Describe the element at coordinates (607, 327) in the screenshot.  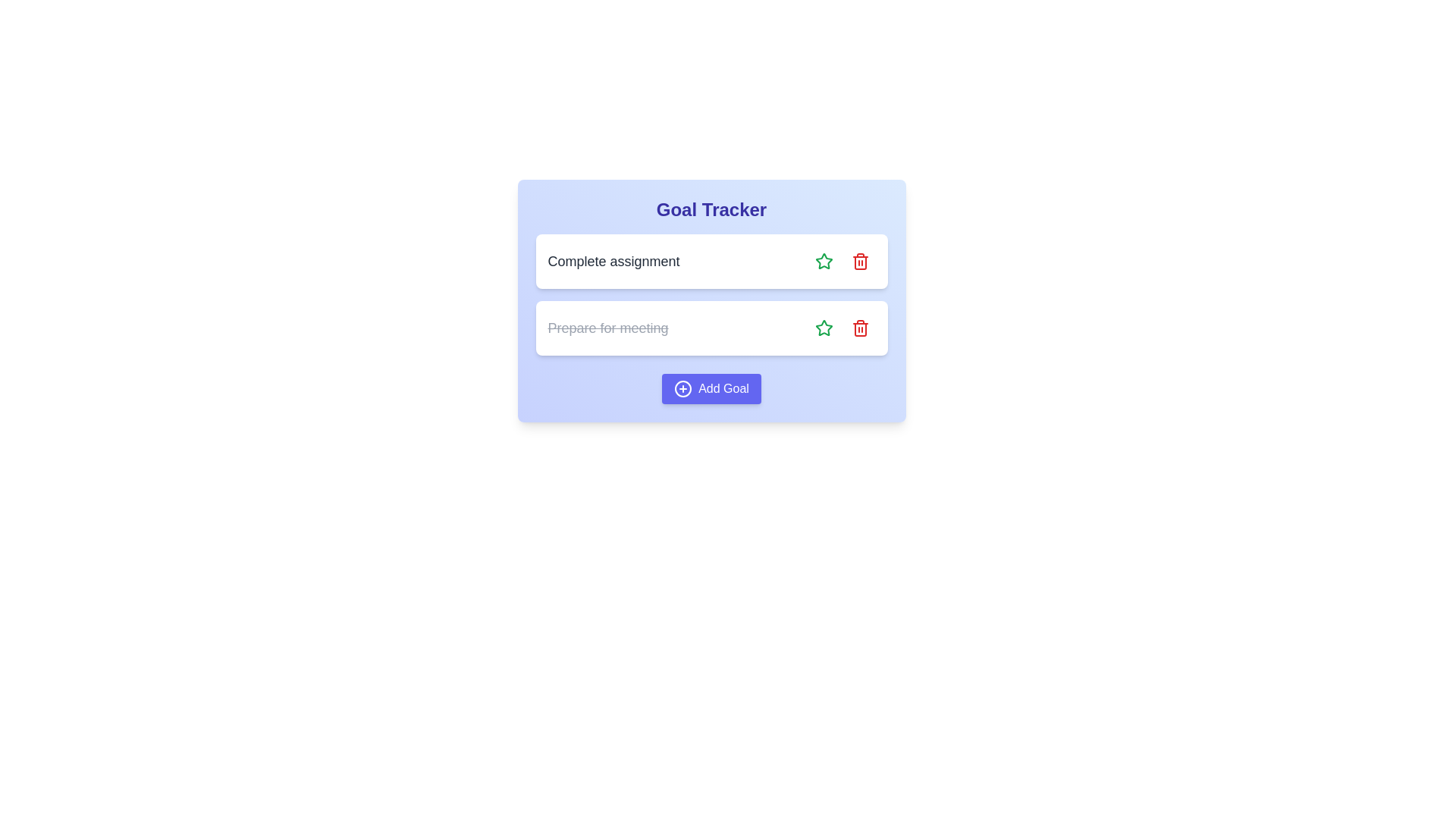
I see `the text label that displays 'Prepare for meeting', which is styled with a strikethrough font in gray color, indicating task completion within the second entry of a vertically stacked list of tasks` at that location.